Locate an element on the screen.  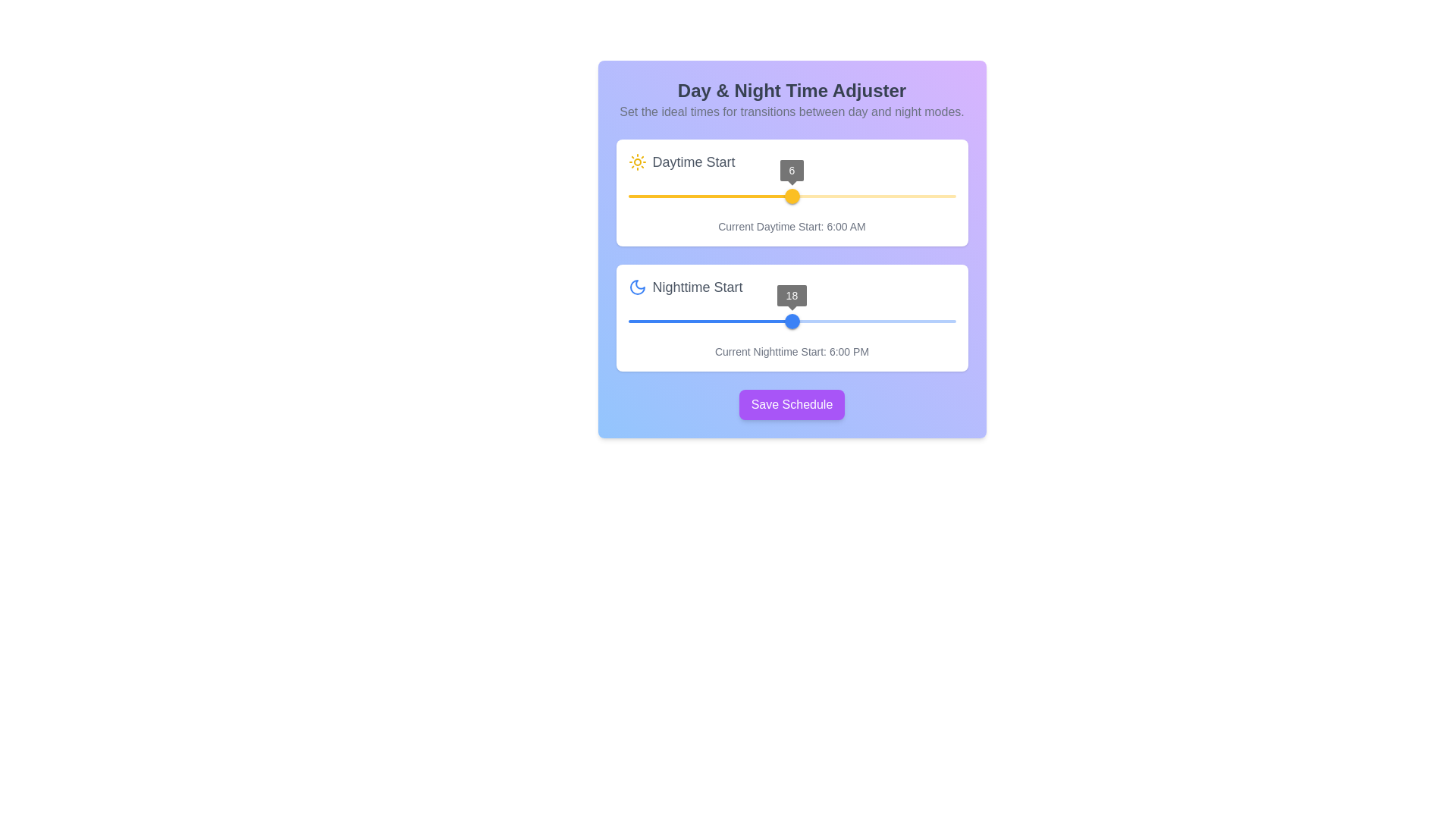
the daytime start is located at coordinates (941, 195).